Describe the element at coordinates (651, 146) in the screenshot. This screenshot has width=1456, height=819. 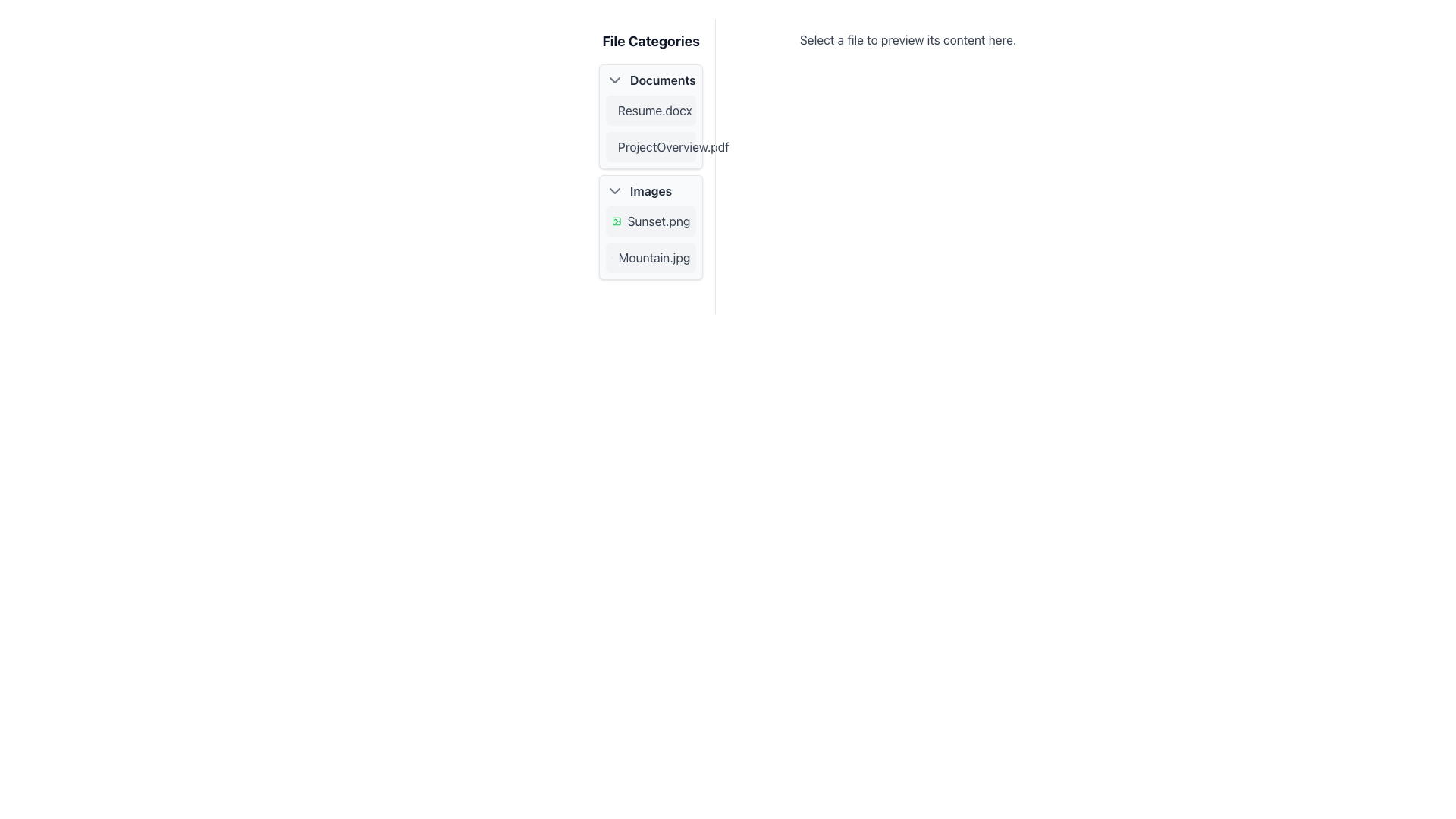
I see `the selectable file labeled 'ProjectOverview.pdf' located as the second item under the 'Documents' category` at that location.